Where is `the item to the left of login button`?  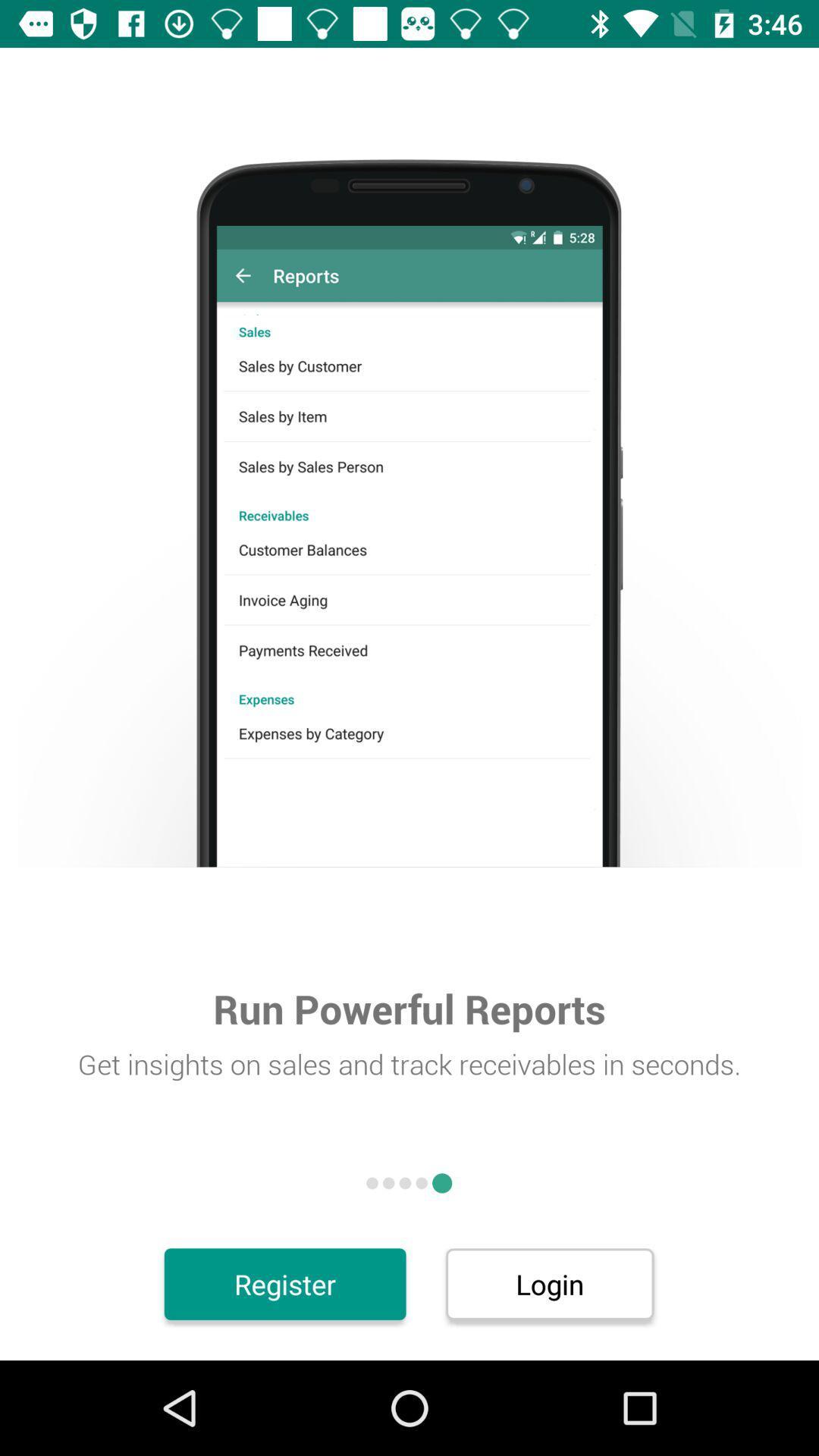 the item to the left of login button is located at coordinates (285, 1283).